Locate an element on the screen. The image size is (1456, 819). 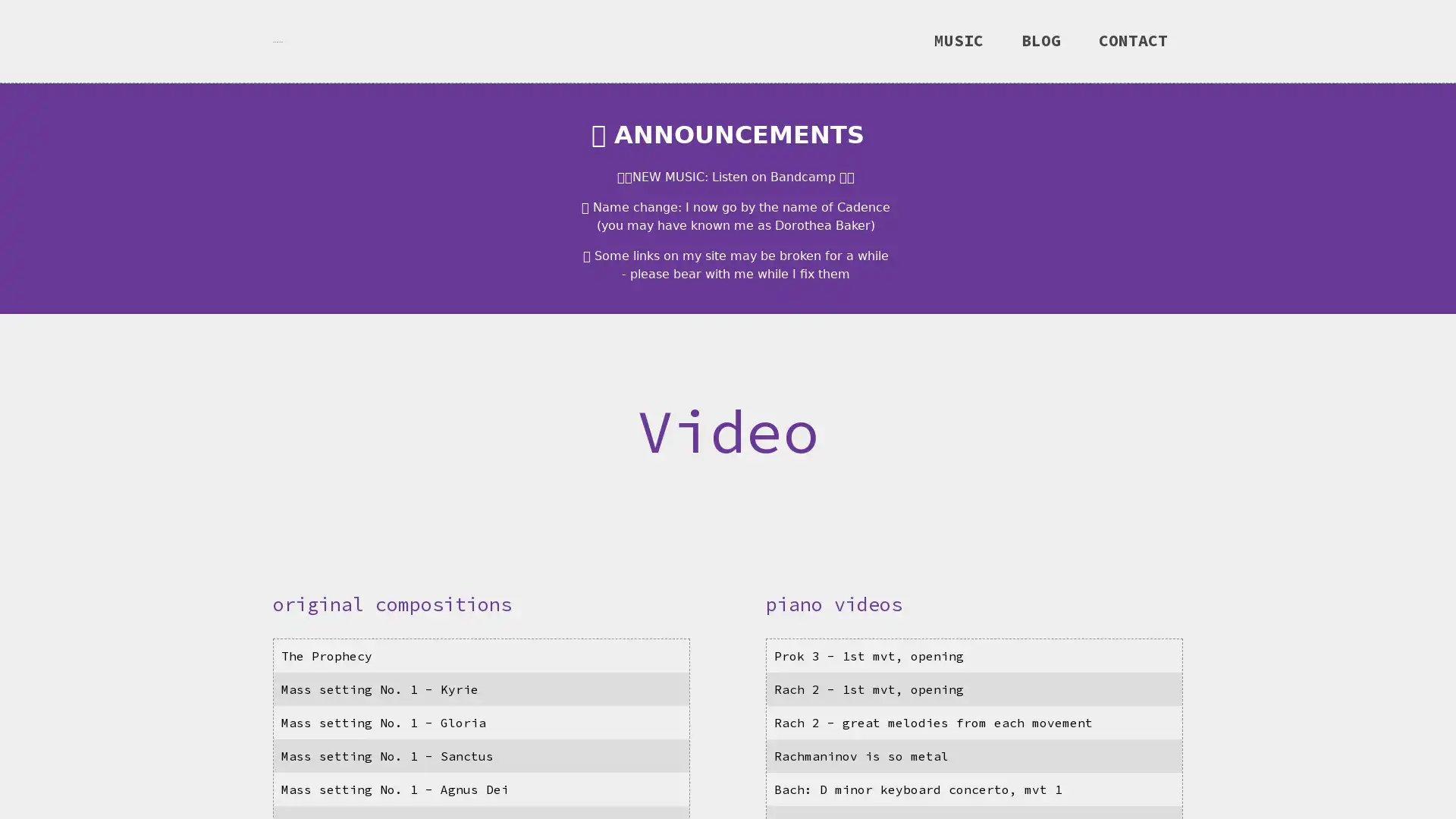
video: Rach 2 - 1st mvt, opening is located at coordinates (974, 688).